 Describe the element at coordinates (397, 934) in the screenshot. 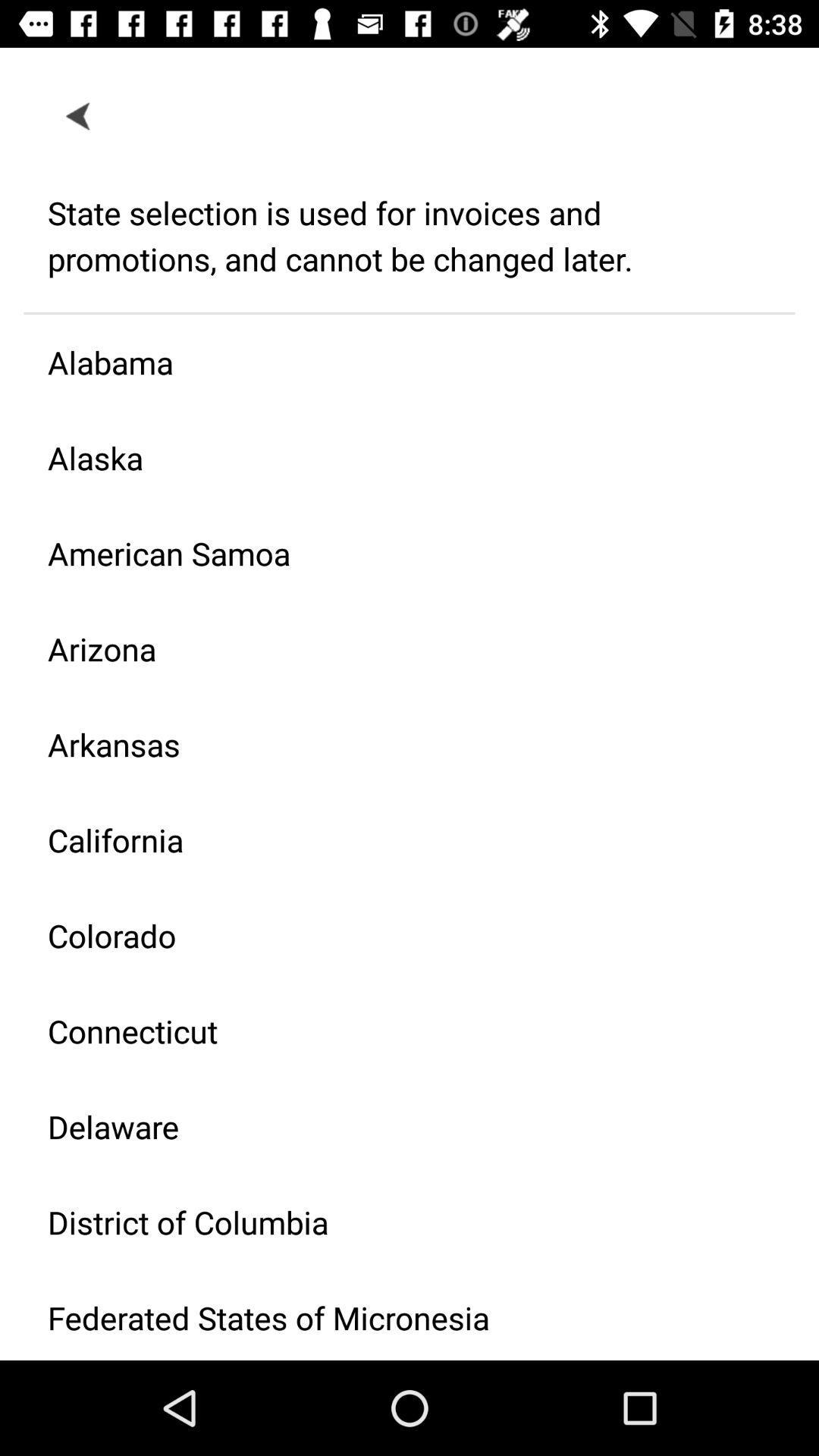

I see `the colorado item` at that location.